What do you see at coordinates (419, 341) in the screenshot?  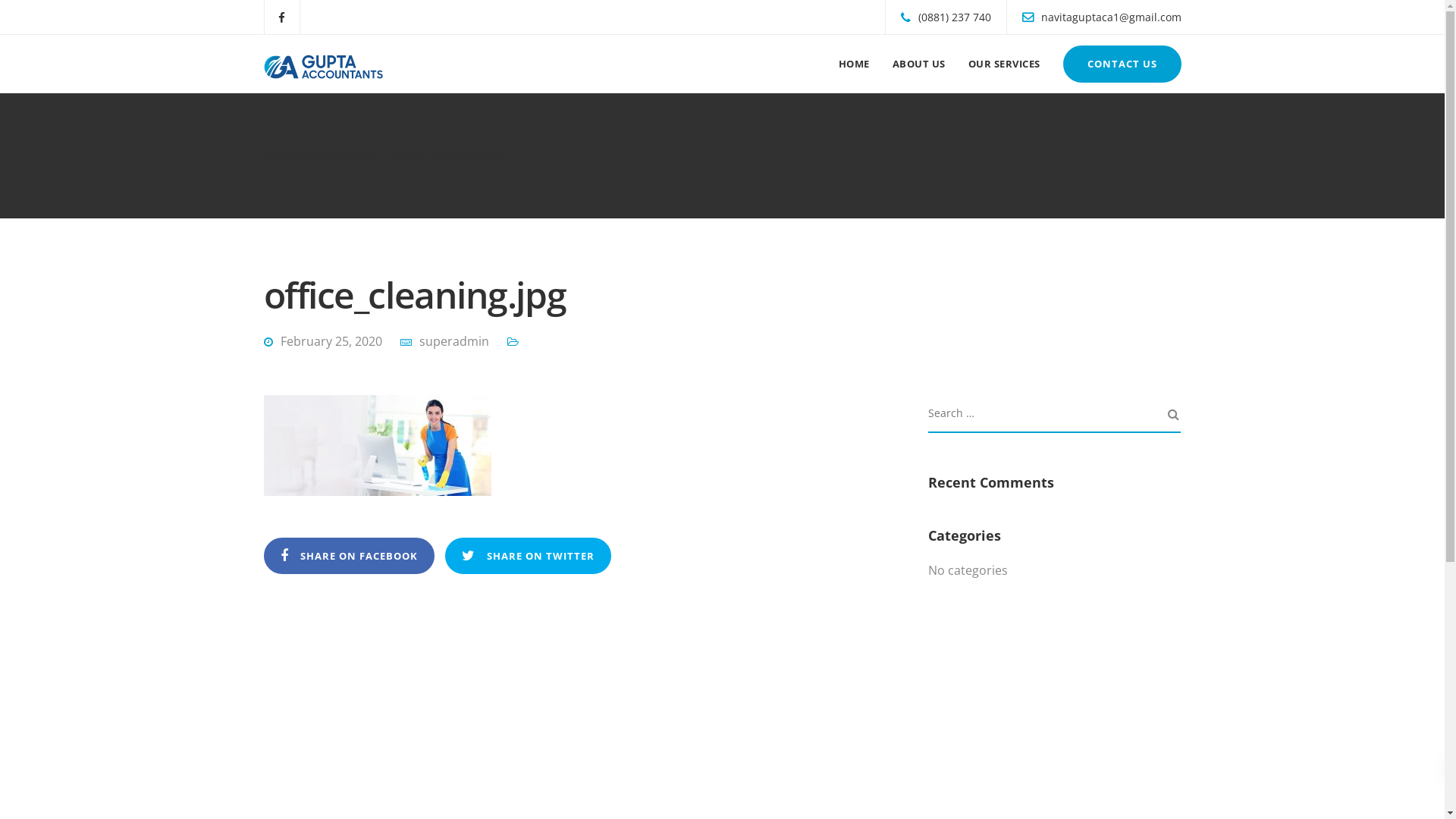 I see `'superadmin'` at bounding box center [419, 341].